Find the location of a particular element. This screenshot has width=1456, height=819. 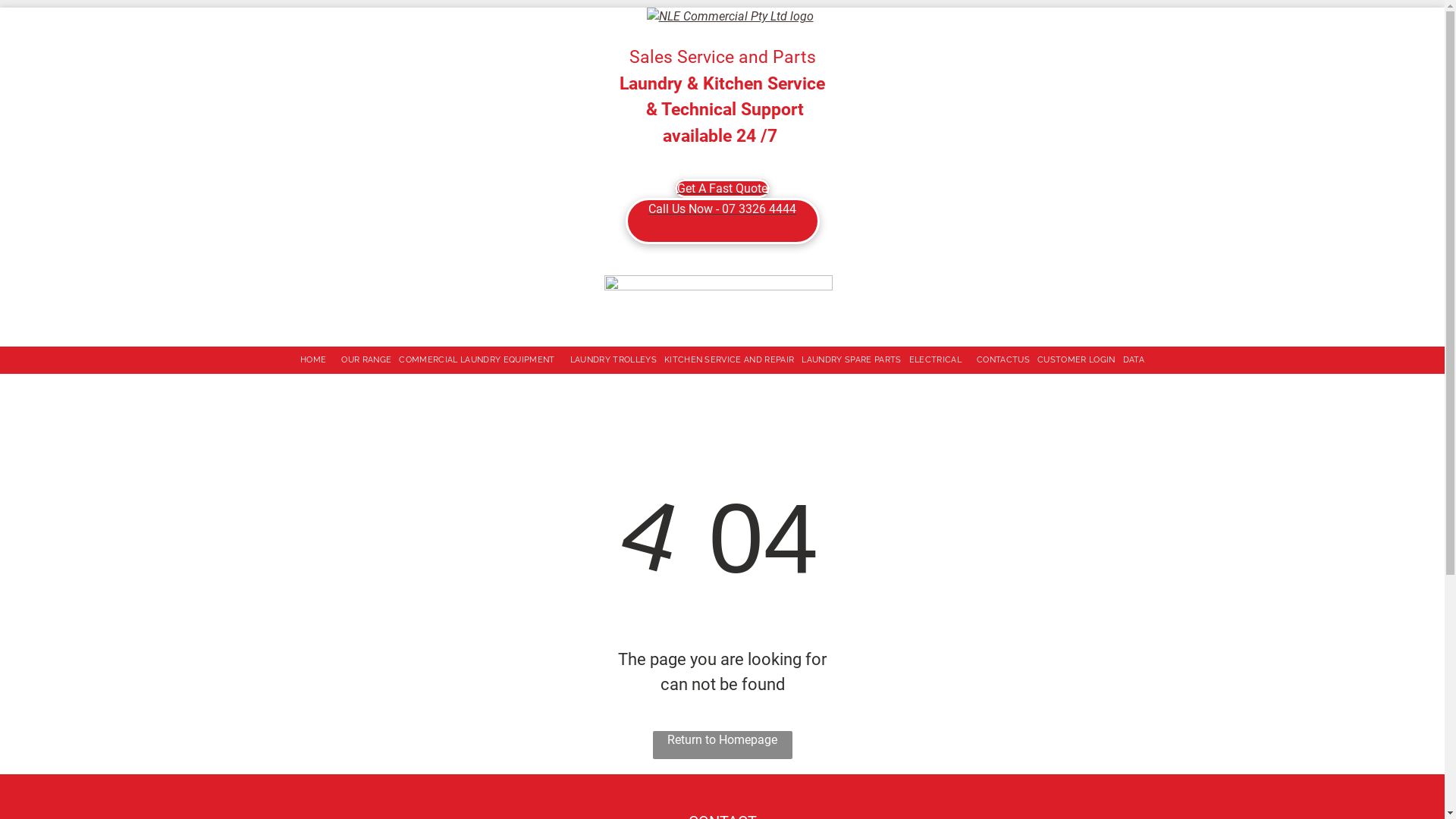

'DATA' is located at coordinates (1133, 360).